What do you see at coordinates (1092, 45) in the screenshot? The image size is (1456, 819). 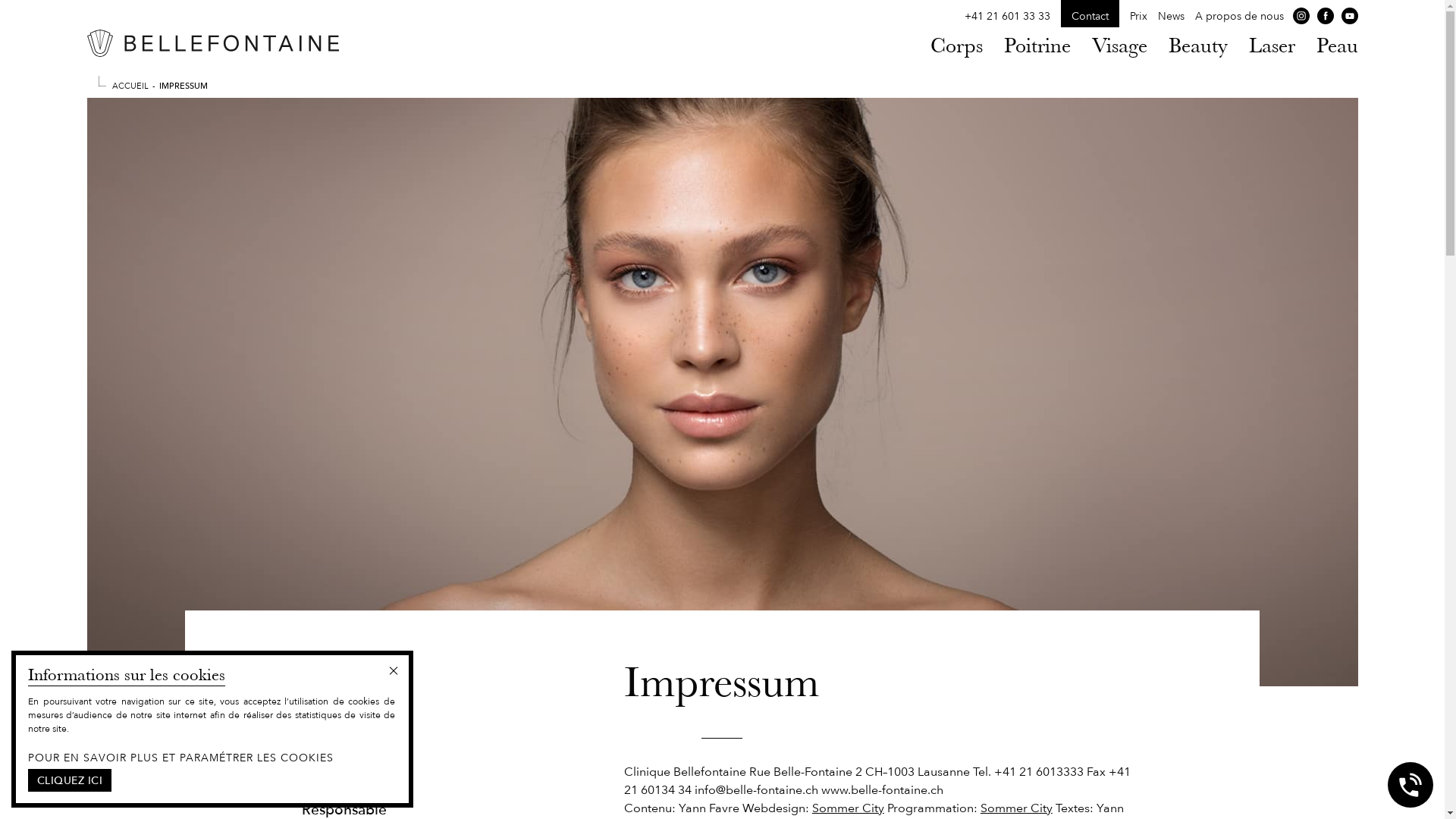 I see `'Visage'` at bounding box center [1092, 45].